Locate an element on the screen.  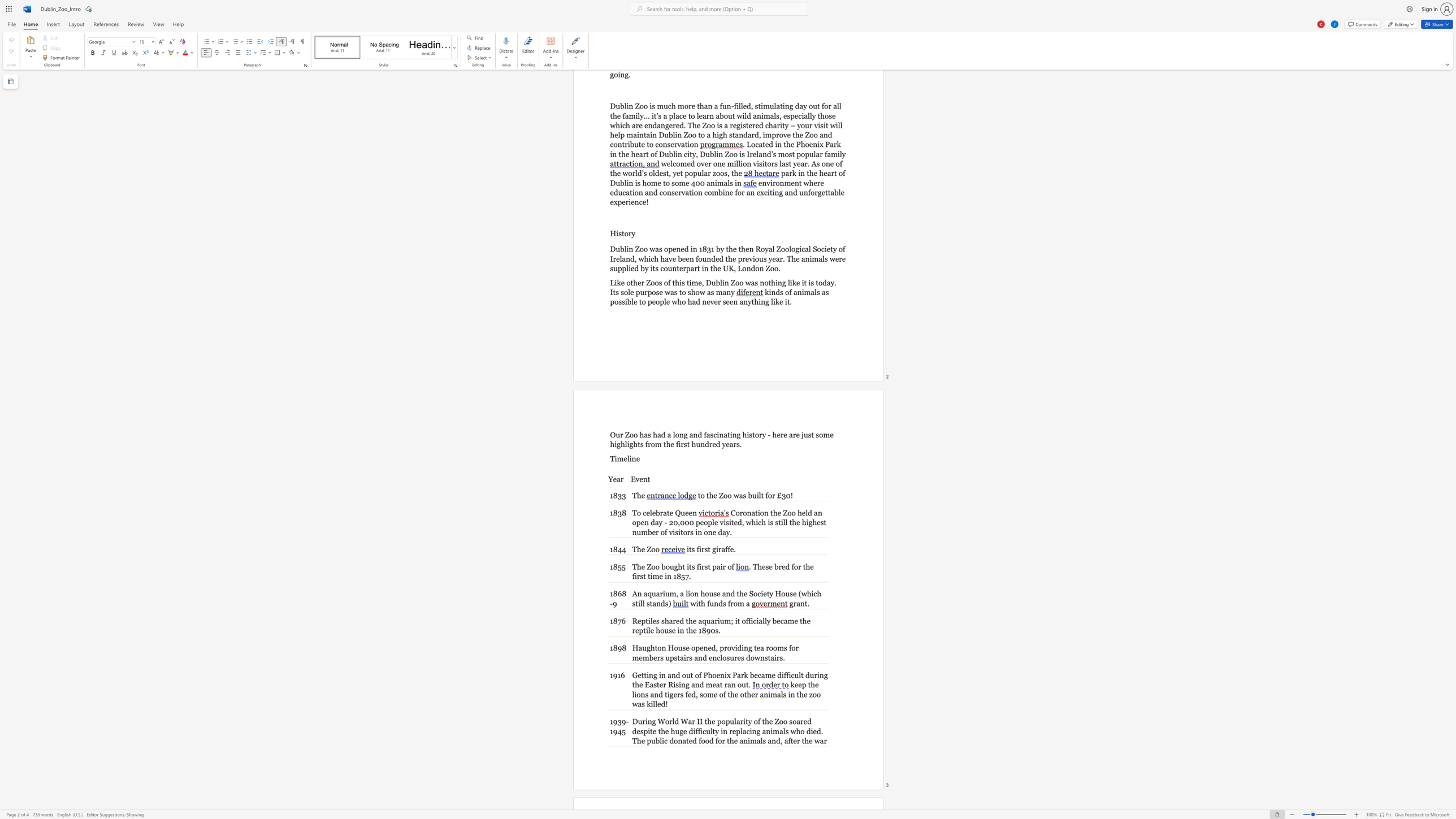
the subset text "t for £3" within the text "to the Zoo was built for £30!" is located at coordinates (760, 495).